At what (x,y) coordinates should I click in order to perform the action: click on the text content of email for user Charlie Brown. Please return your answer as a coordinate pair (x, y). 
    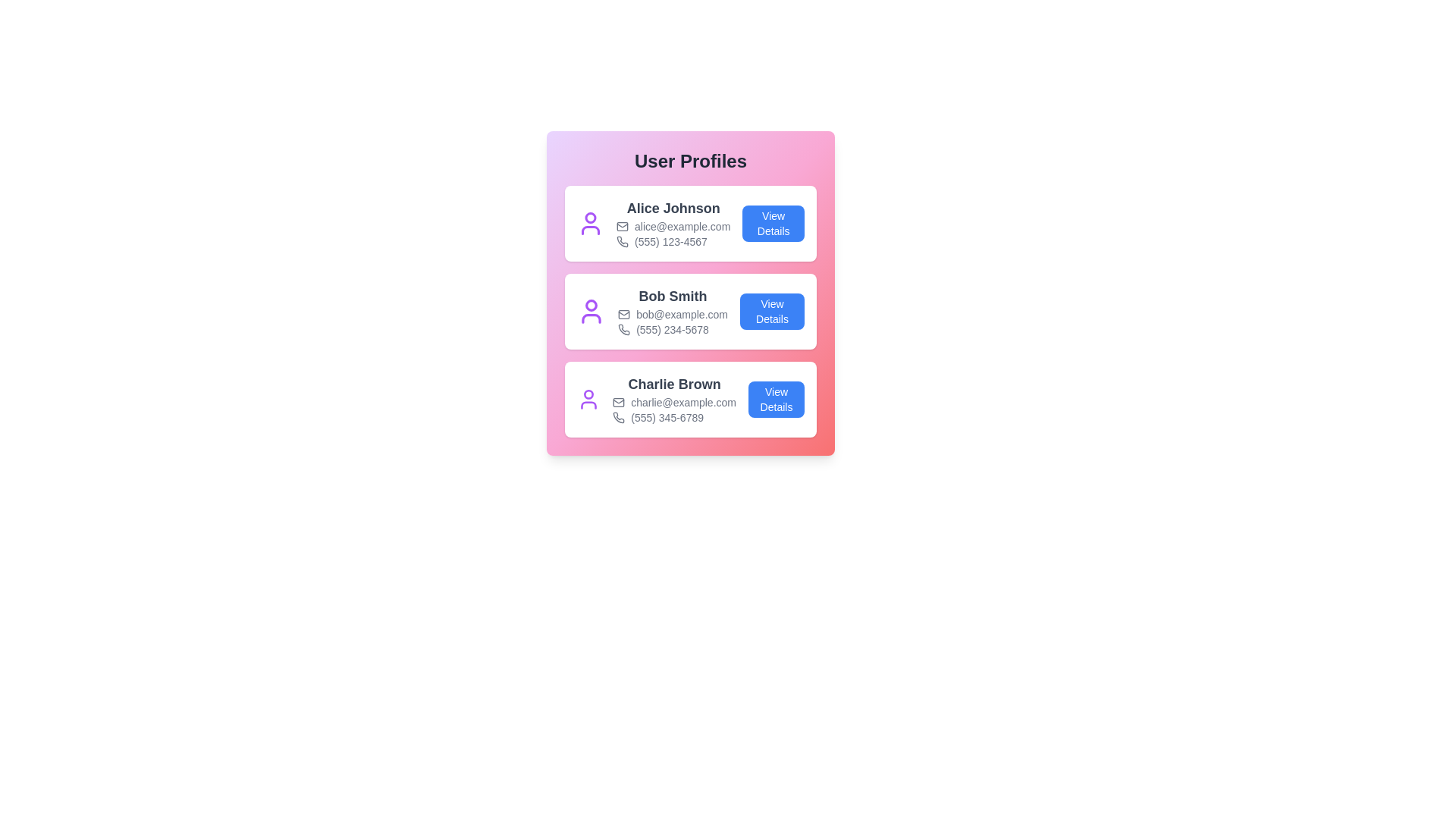
    Looking at the image, I should click on (673, 402).